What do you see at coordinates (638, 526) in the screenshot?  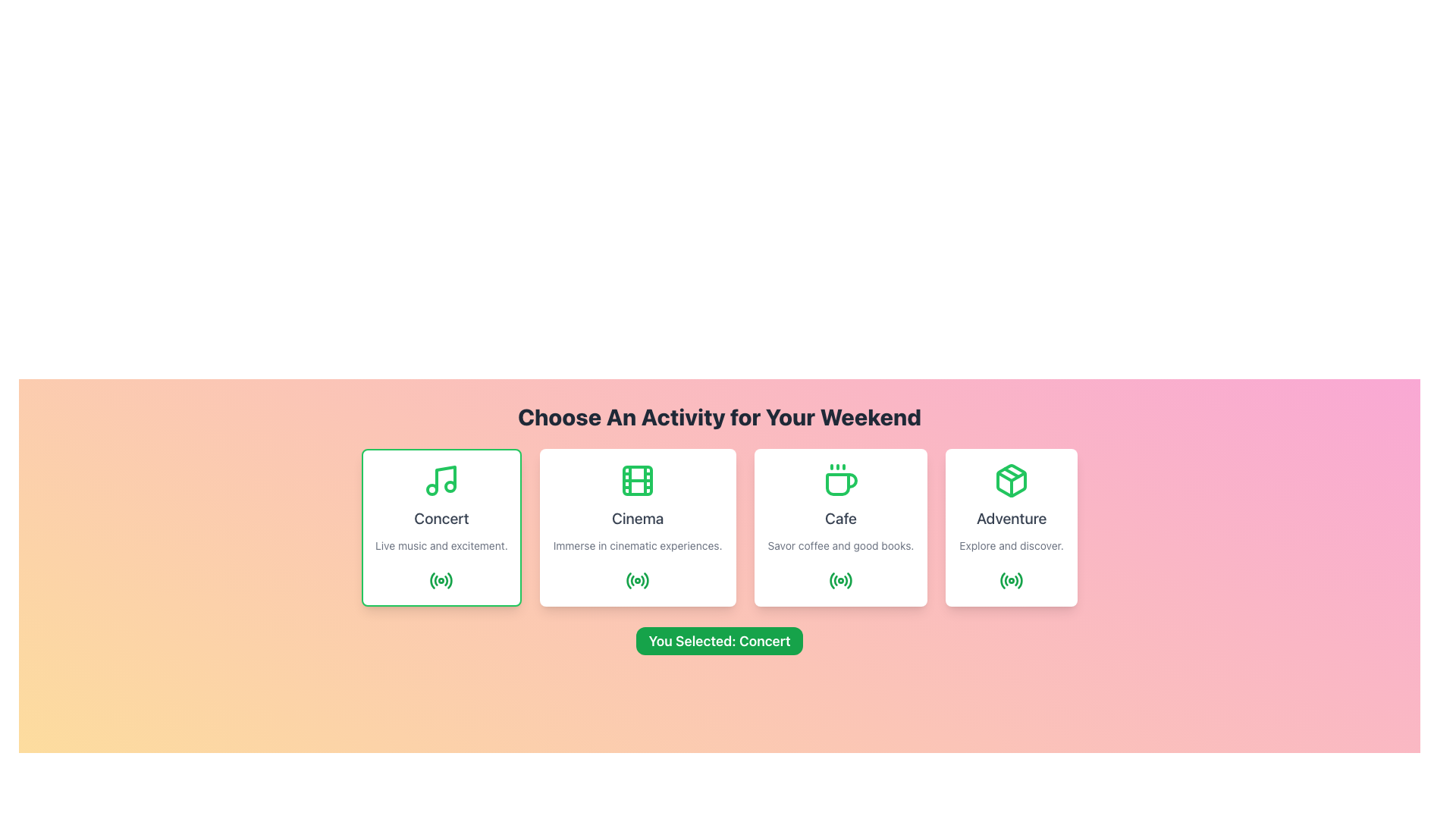 I see `the 'Cinema' activity option card, which is the second card from the left in a horizontally arranged section` at bounding box center [638, 526].